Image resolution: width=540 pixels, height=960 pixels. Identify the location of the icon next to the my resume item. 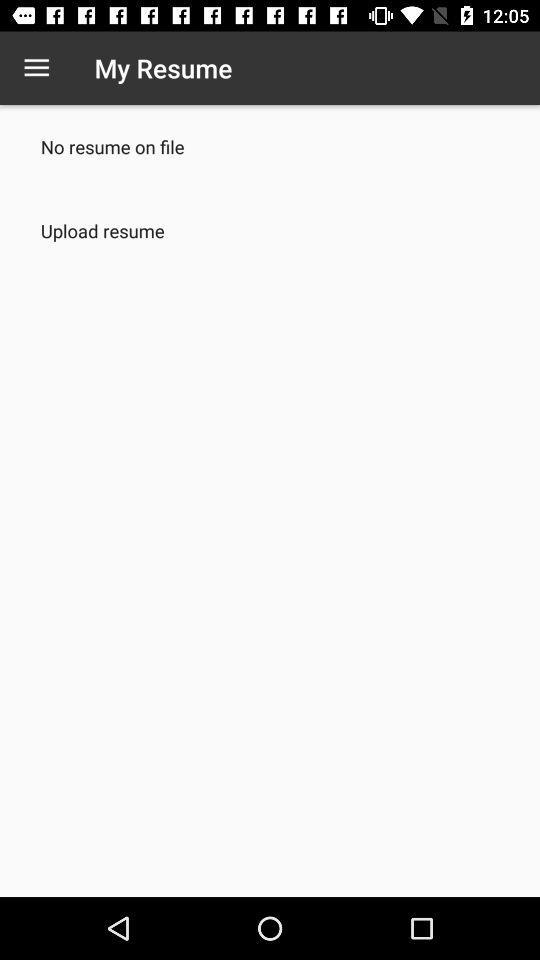
(36, 68).